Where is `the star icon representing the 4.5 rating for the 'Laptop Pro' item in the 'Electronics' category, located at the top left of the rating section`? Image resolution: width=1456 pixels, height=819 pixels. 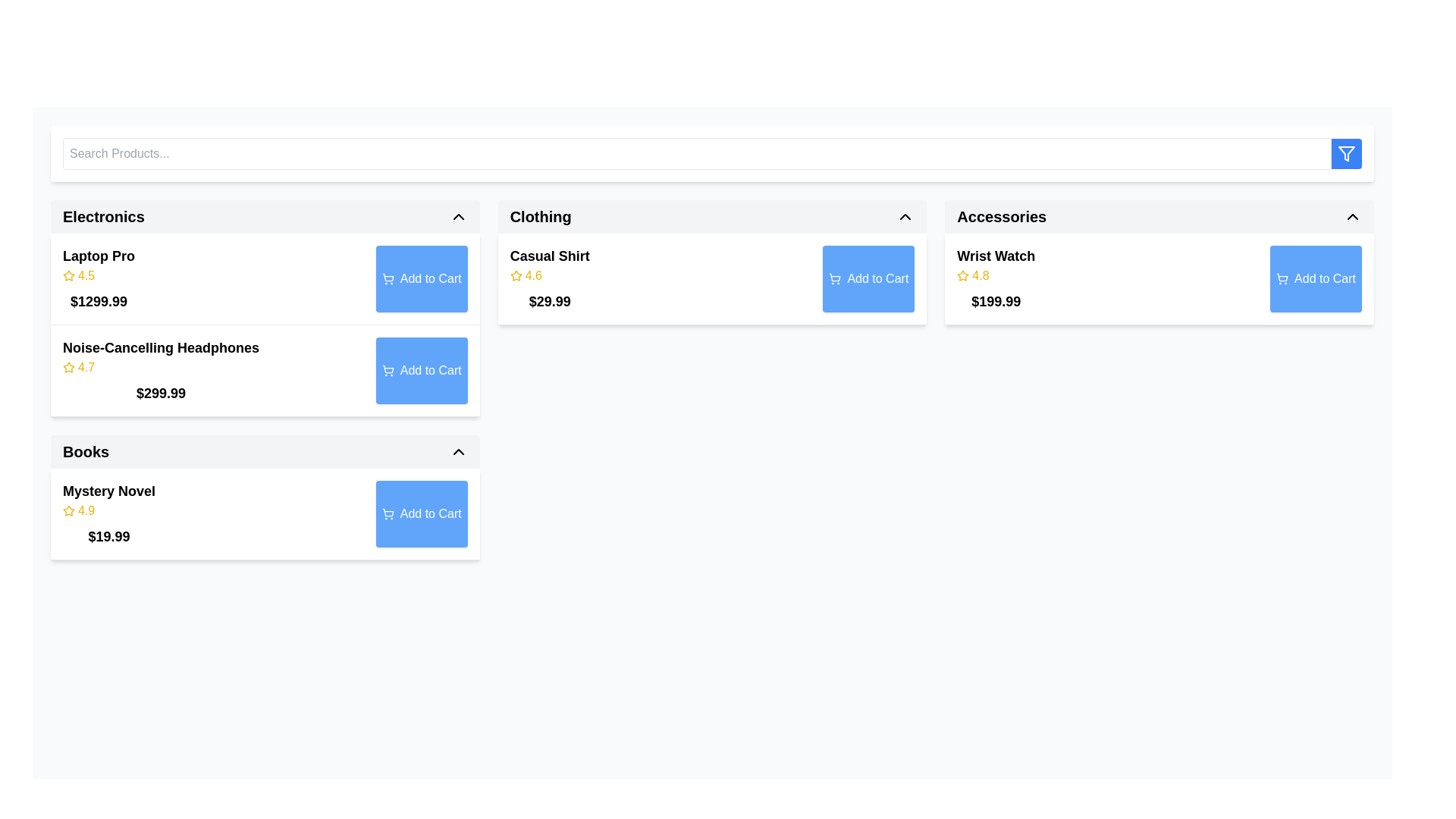 the star icon representing the 4.5 rating for the 'Laptop Pro' item in the 'Electronics' category, located at the top left of the rating section is located at coordinates (68, 275).